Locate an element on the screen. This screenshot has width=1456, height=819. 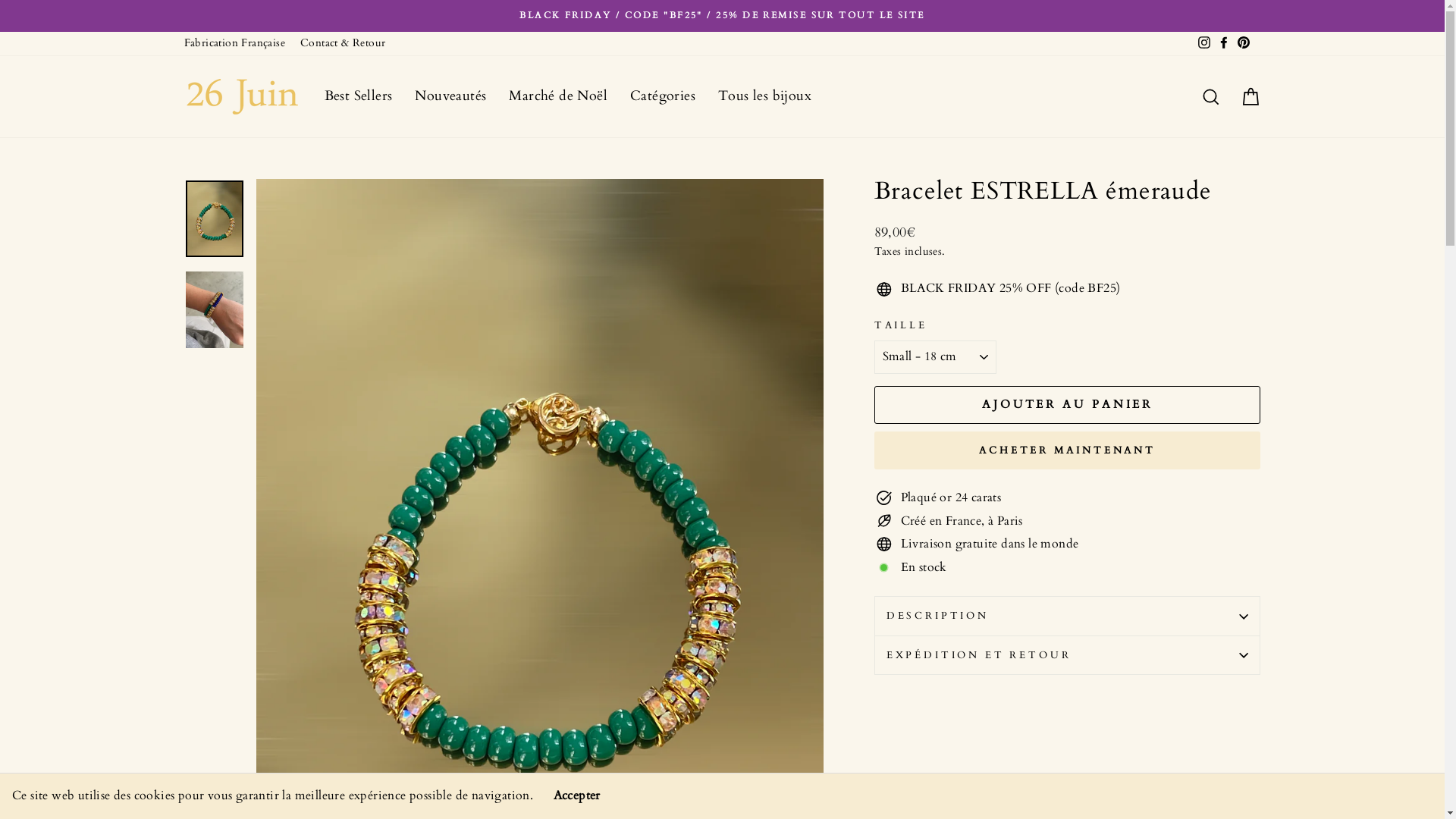
'Accepter' is located at coordinates (548, 795).